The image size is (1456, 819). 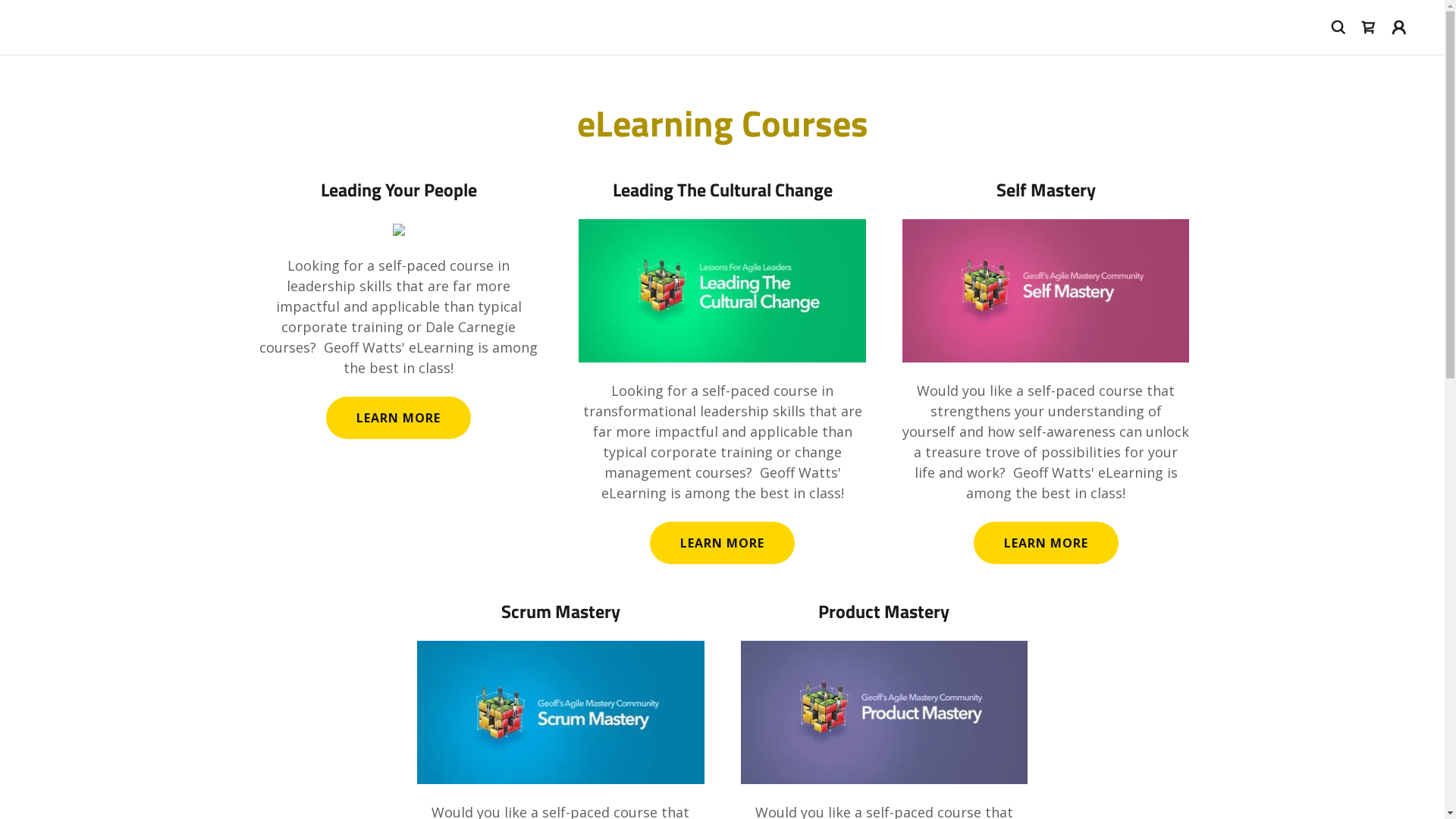 What do you see at coordinates (721, 542) in the screenshot?
I see `'LEARN MORE'` at bounding box center [721, 542].